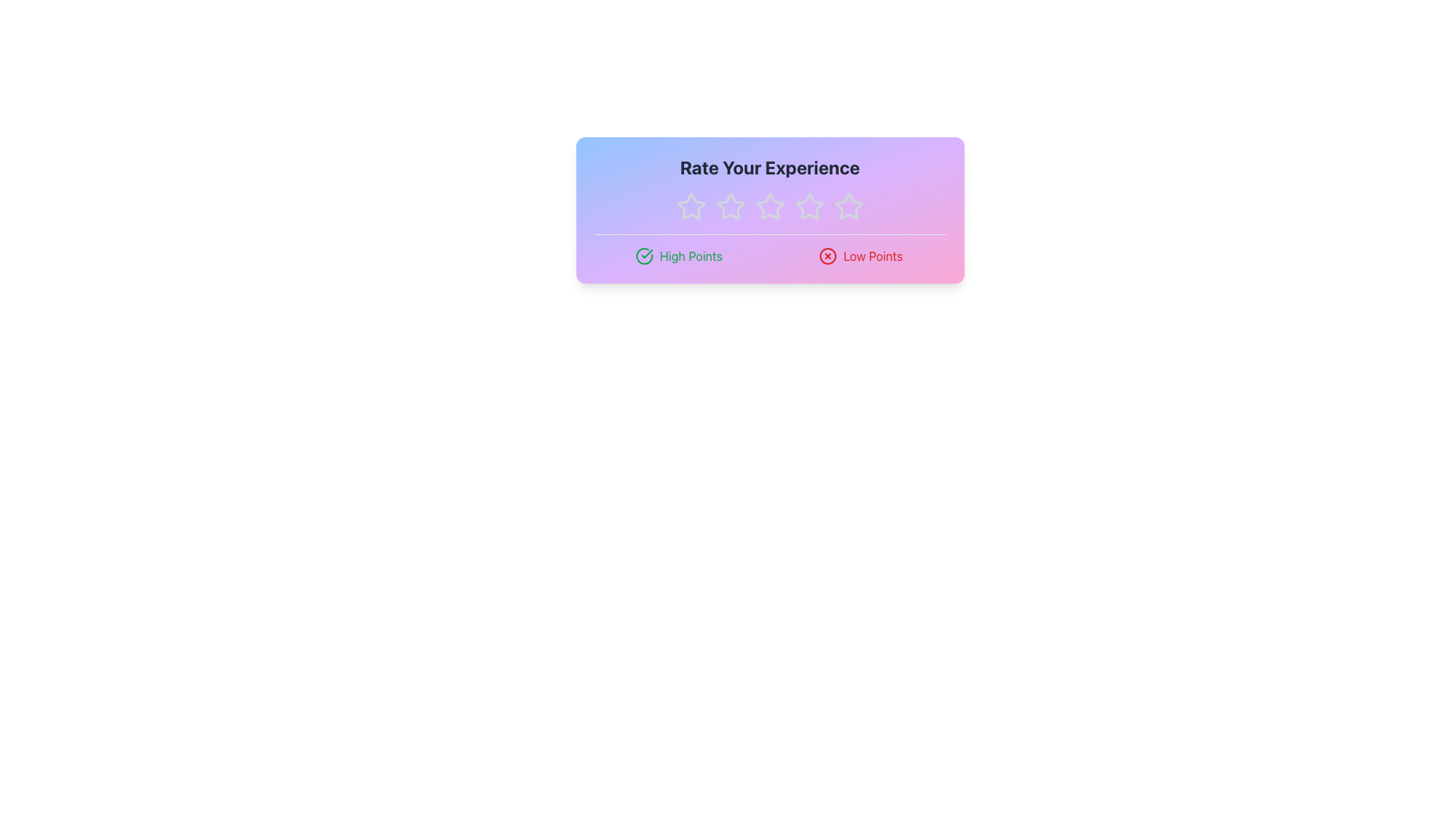 This screenshot has width=1456, height=819. Describe the element at coordinates (690, 256) in the screenshot. I see `the text label displaying 'High Points', which is styled in green and positioned to the right of a green checkmark icon within the lower part of the card interface` at that location.